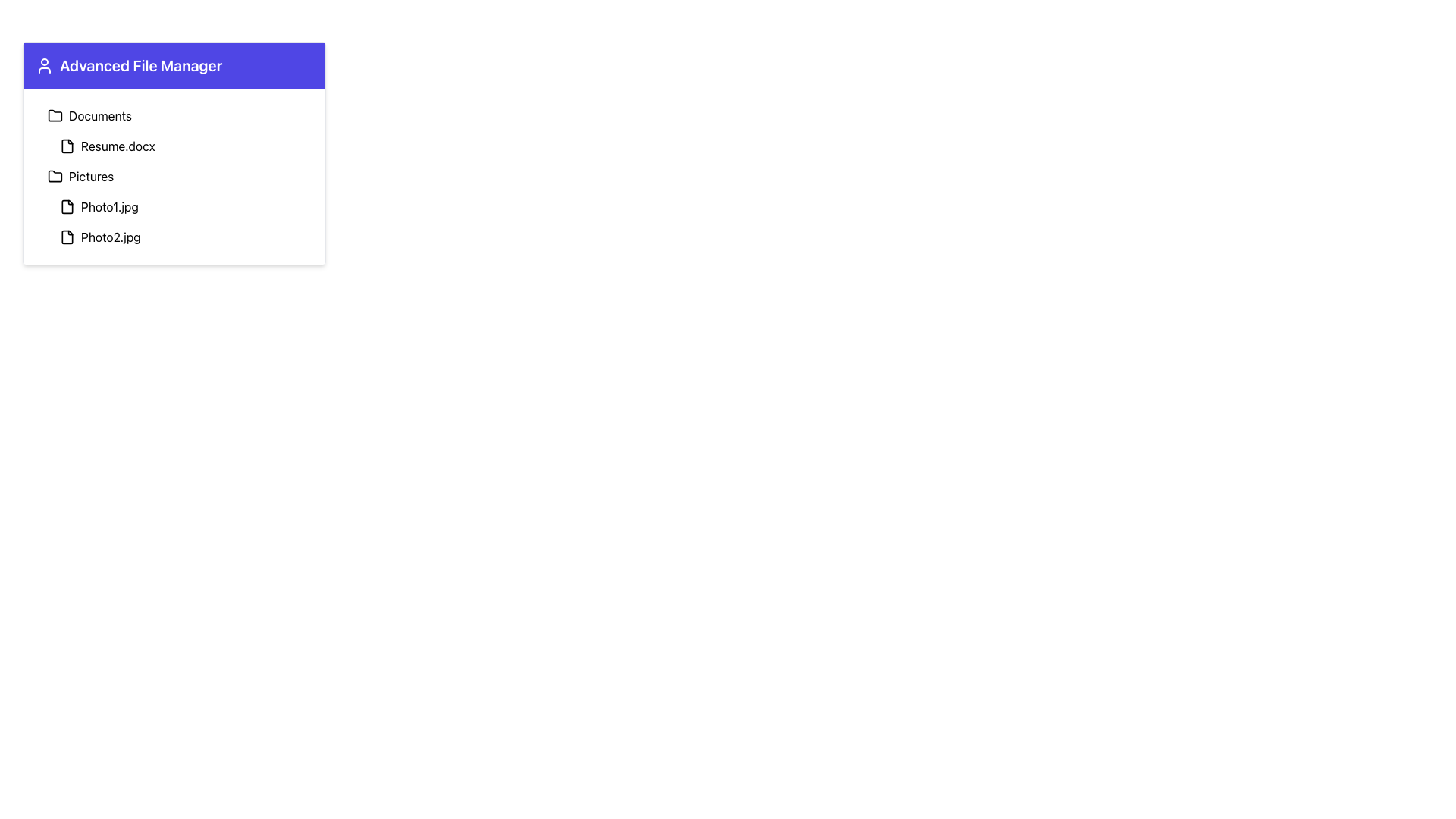 This screenshot has width=1456, height=819. I want to click on the text label for the file named 'Photo1.jpg', so click(108, 207).